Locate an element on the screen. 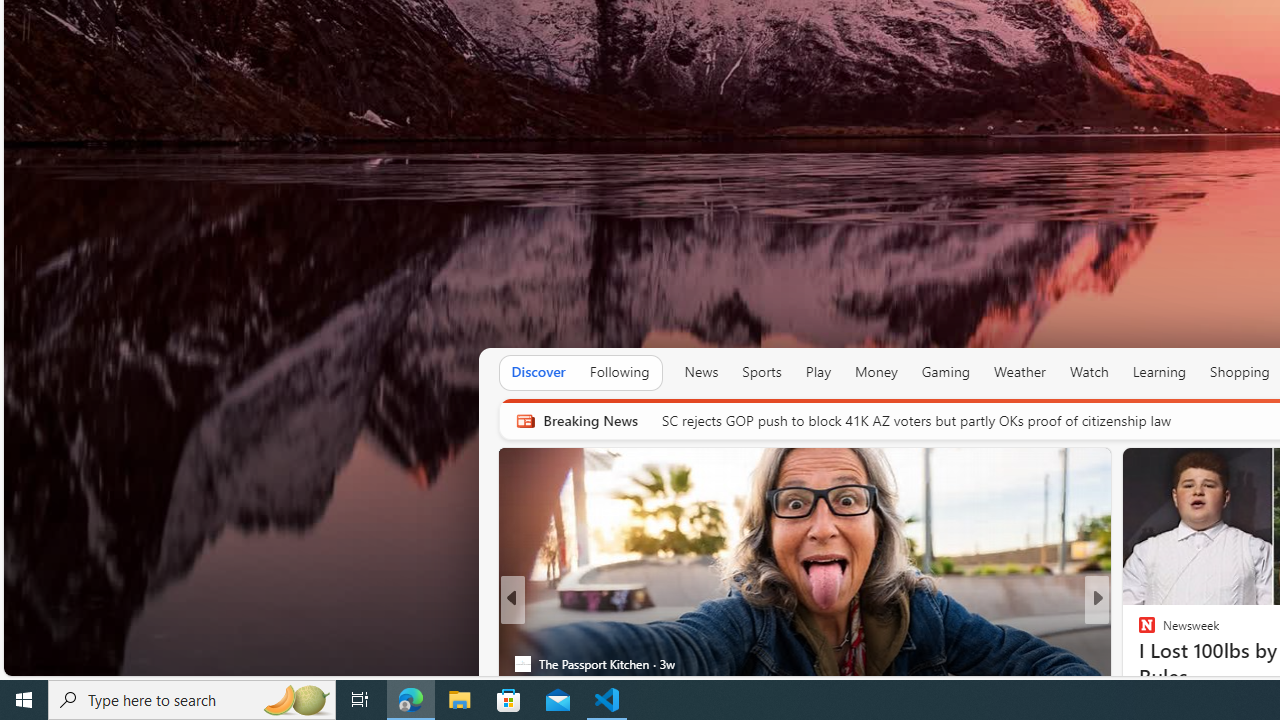 This screenshot has height=720, width=1280. 'News' is located at coordinates (701, 371).